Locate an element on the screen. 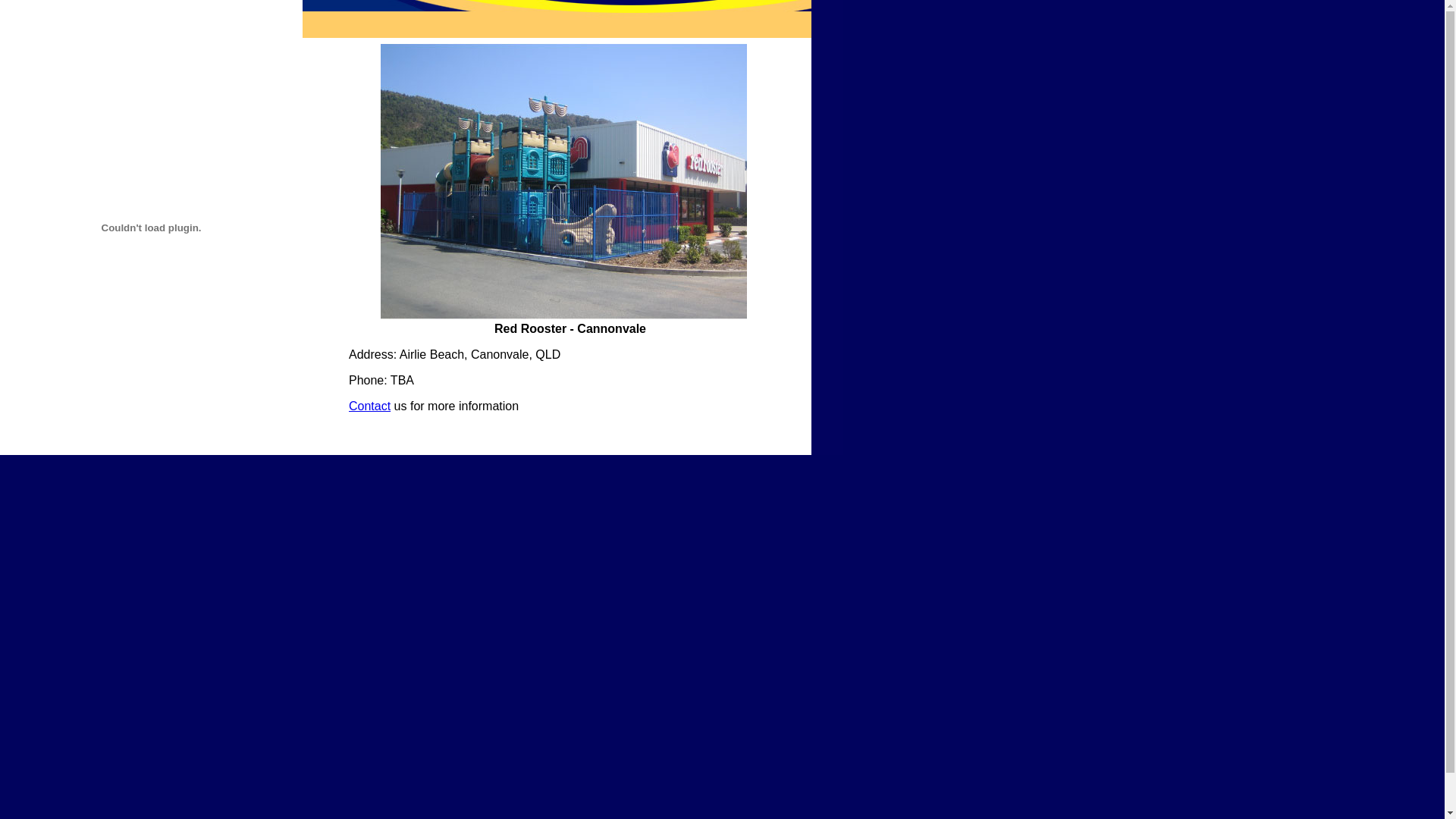 The height and width of the screenshot is (819, 1456). 'Contact' is located at coordinates (348, 405).